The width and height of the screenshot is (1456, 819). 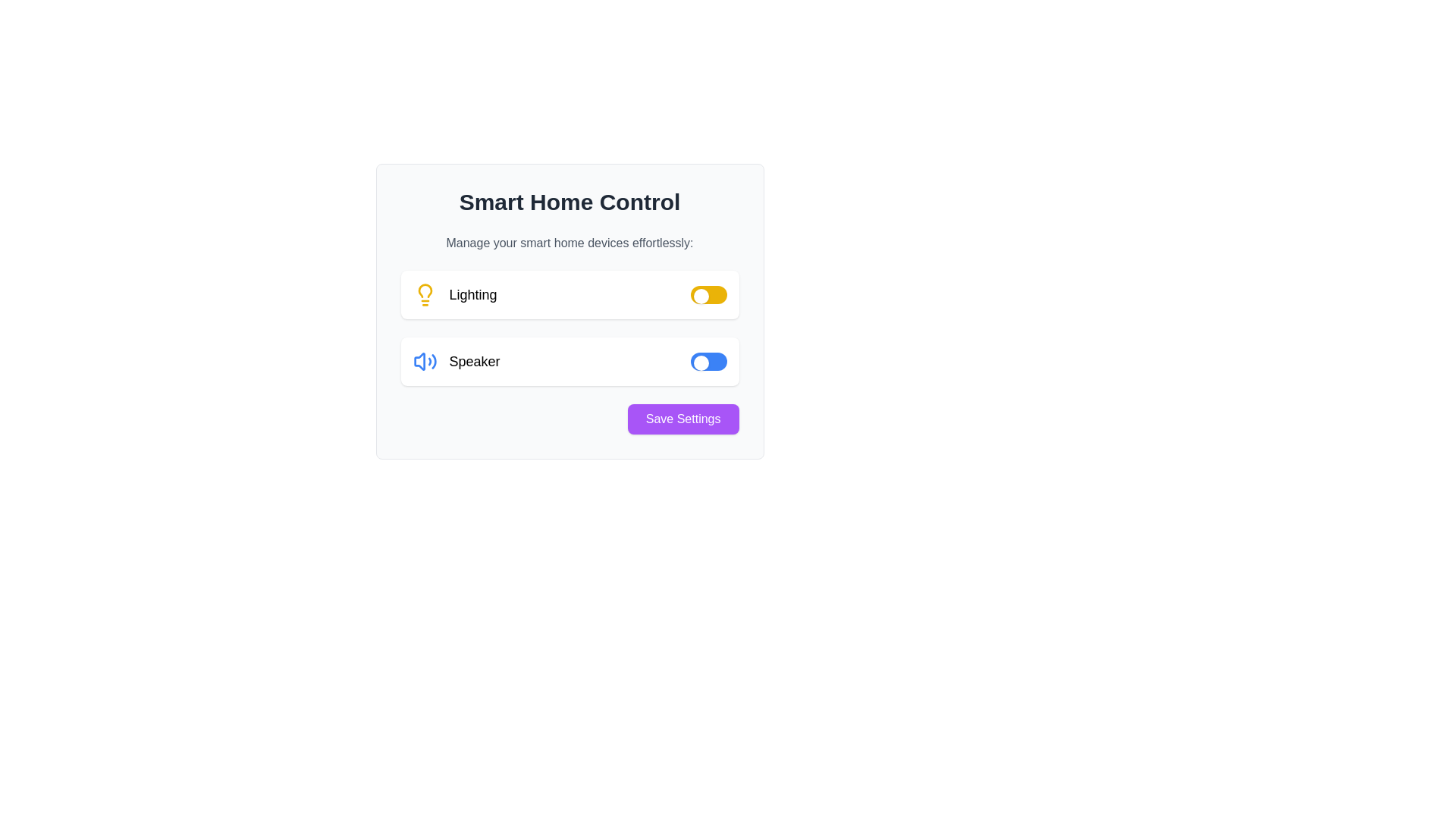 I want to click on the speaker icon, which is a compact representation of a speaker cone with sound waves, positioned as the leftmost element in the Smart Home Control interface, so click(x=419, y=362).